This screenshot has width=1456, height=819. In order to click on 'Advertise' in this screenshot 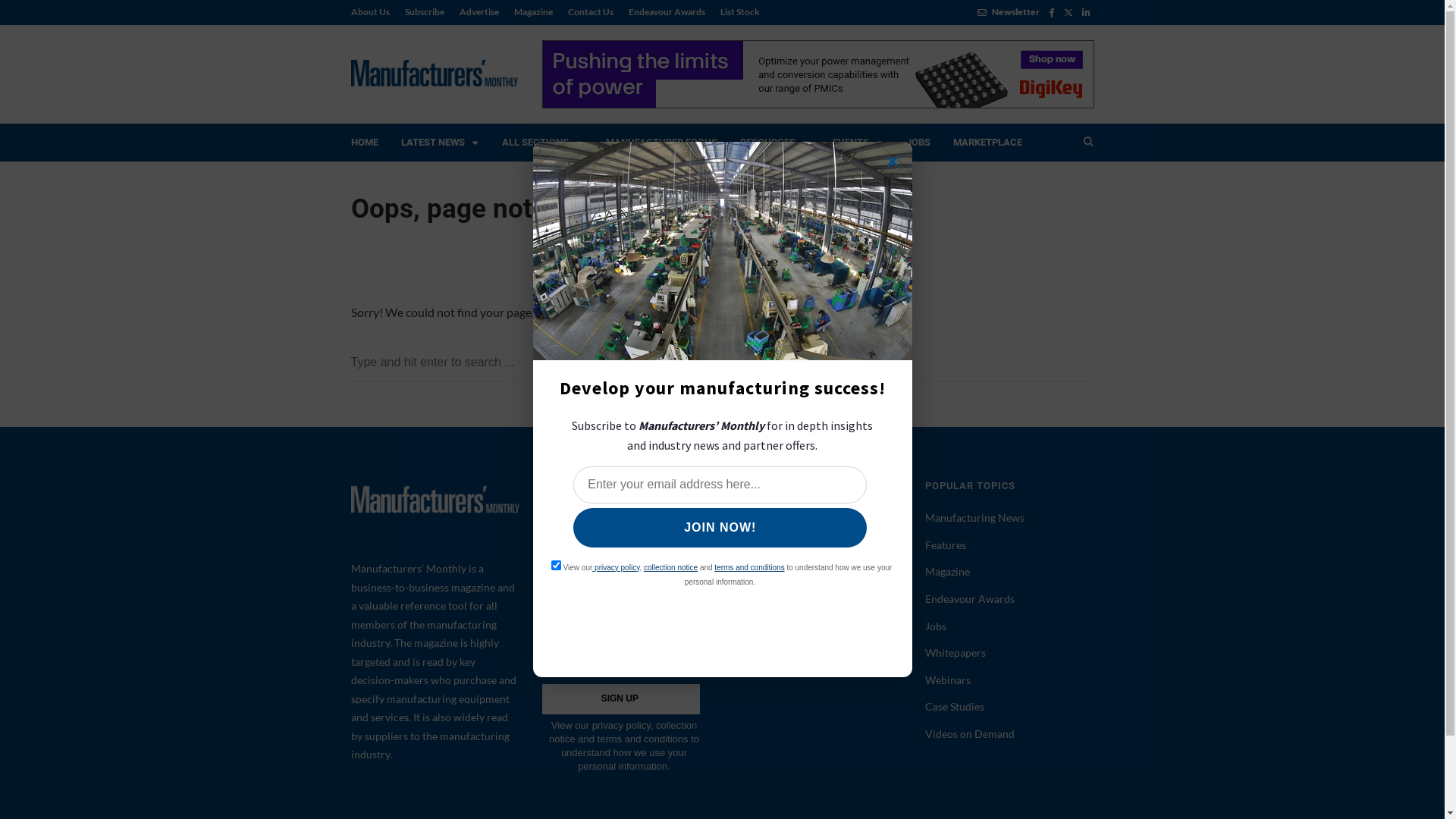, I will do `click(479, 11)`.